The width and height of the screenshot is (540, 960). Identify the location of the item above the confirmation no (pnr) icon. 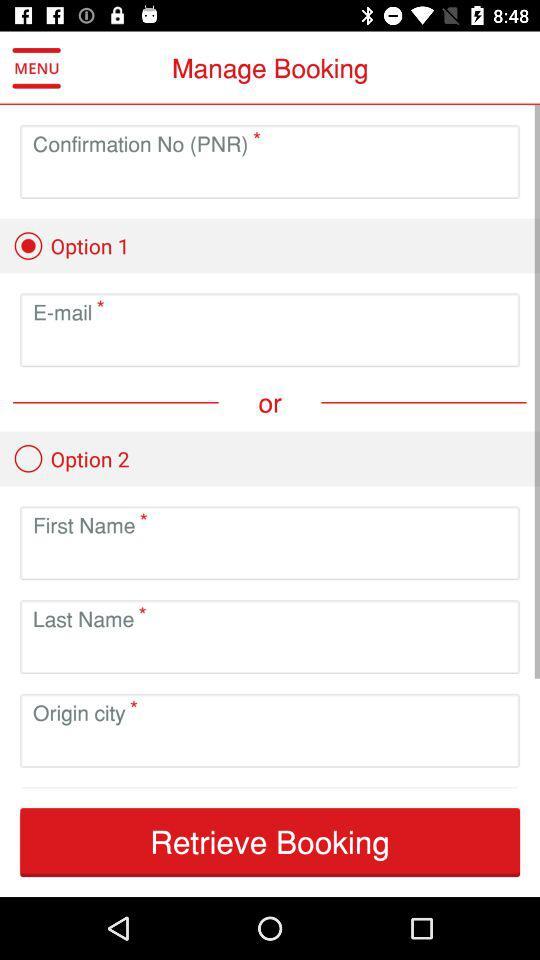
(36, 68).